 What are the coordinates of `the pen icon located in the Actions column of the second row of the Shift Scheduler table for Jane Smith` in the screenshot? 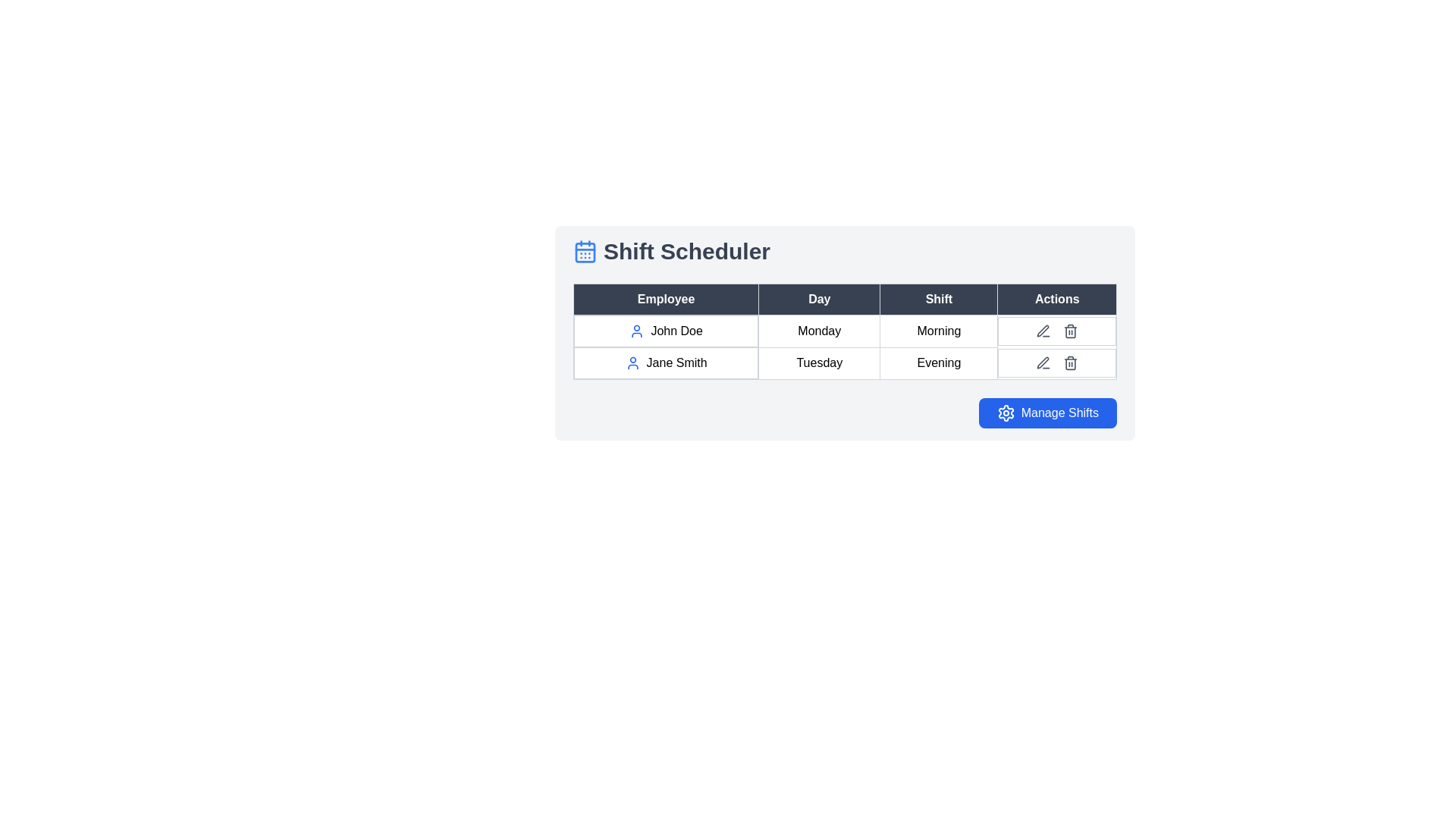 It's located at (1042, 362).